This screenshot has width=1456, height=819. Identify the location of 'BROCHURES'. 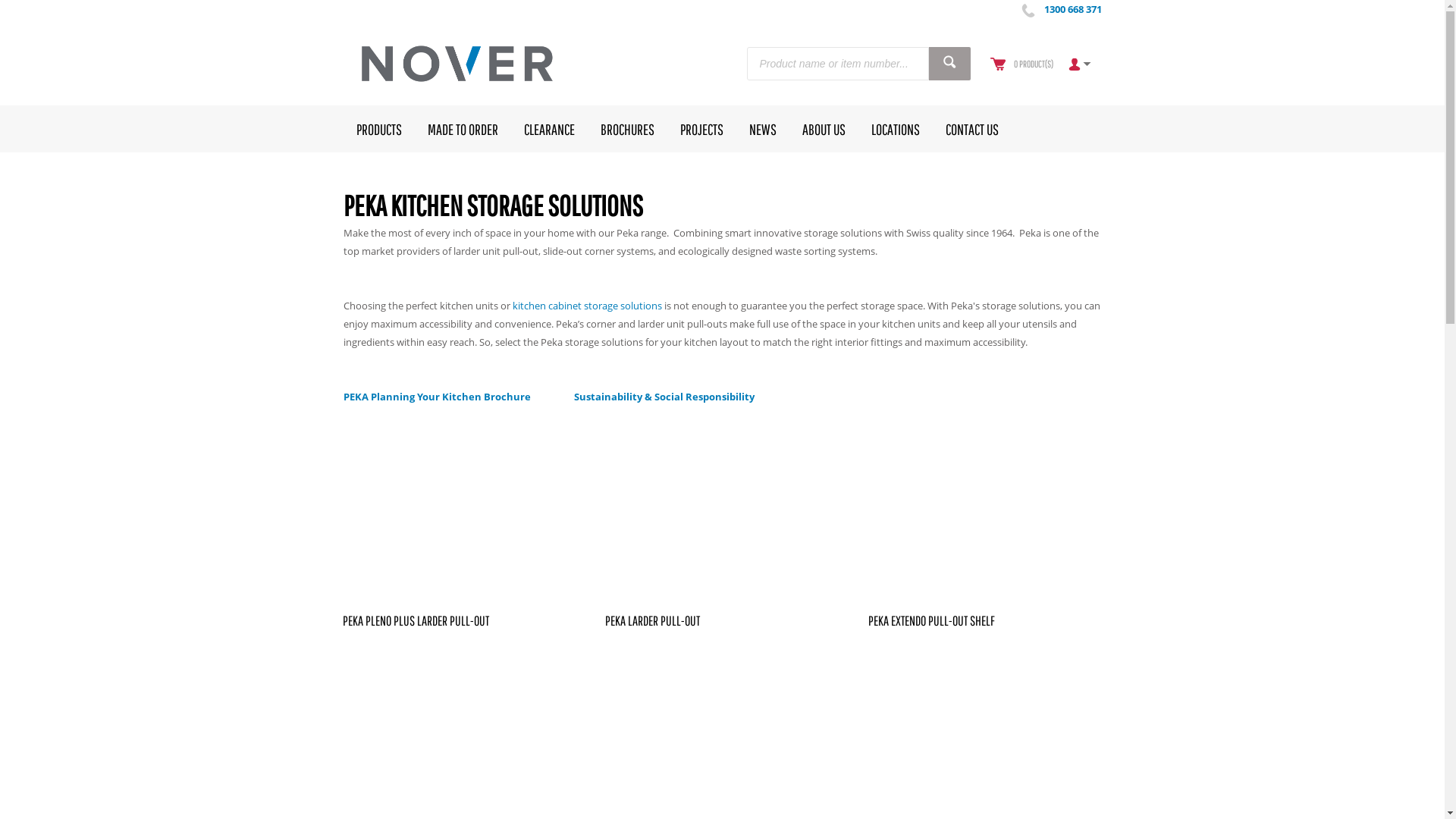
(626, 127).